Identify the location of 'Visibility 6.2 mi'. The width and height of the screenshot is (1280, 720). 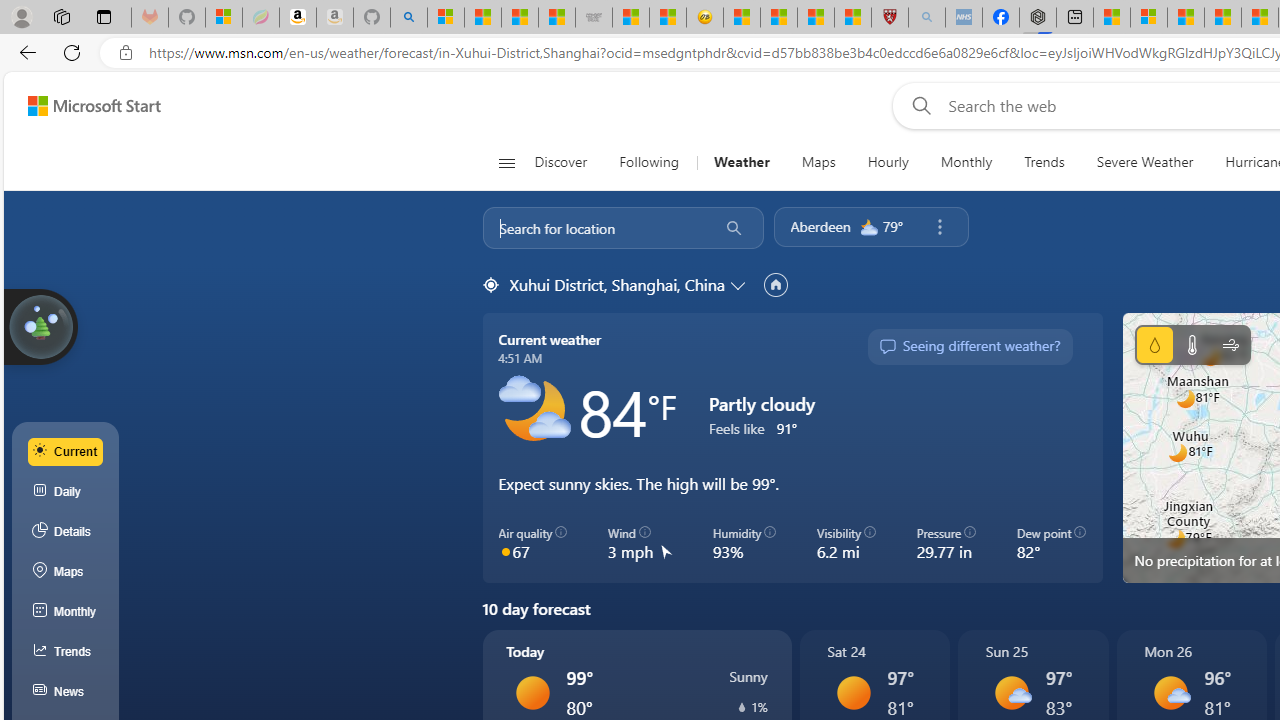
(846, 543).